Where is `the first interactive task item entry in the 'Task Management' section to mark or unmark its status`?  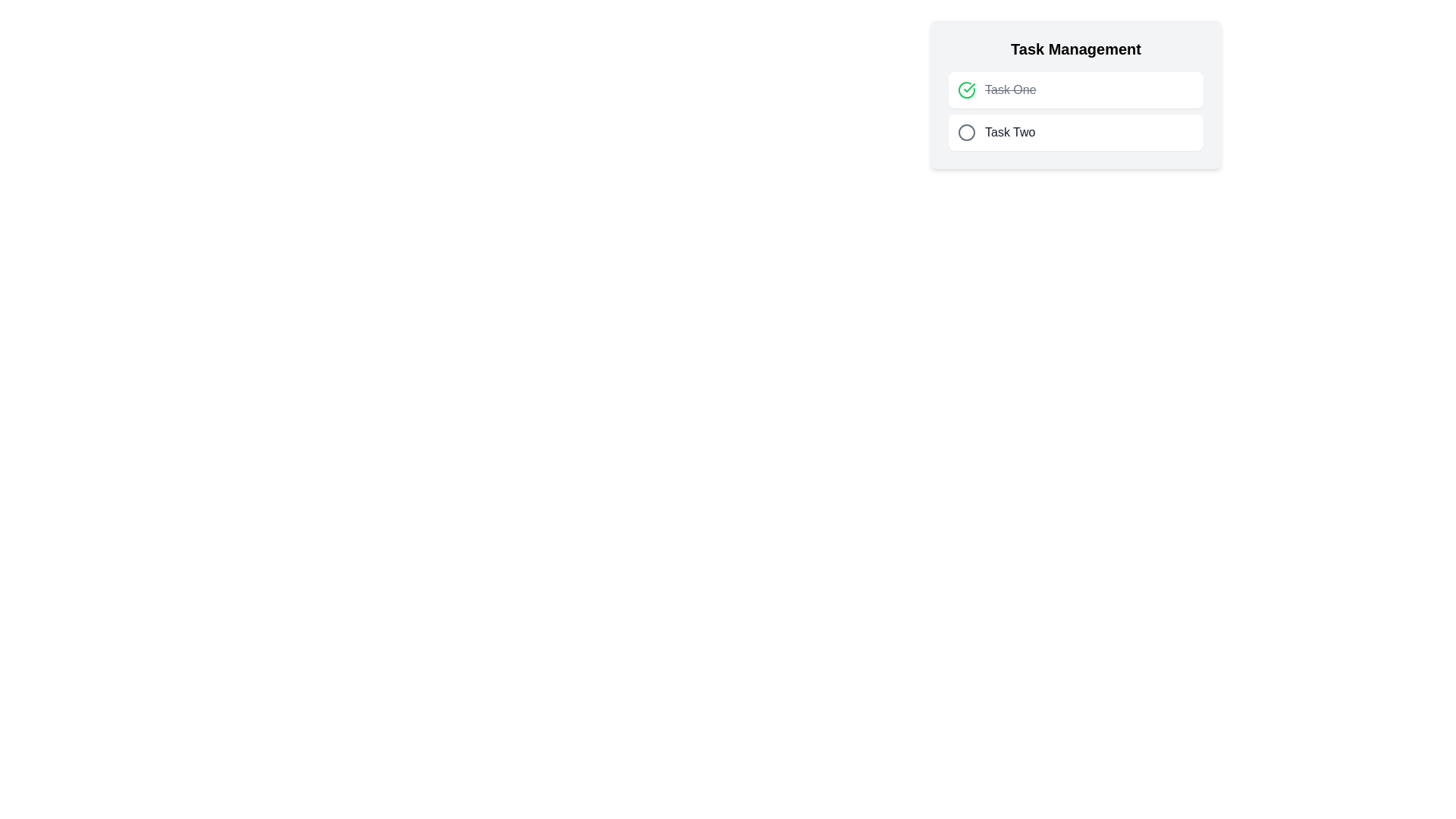
the first interactive task item entry in the 'Task Management' section to mark or unmark its status is located at coordinates (1075, 90).